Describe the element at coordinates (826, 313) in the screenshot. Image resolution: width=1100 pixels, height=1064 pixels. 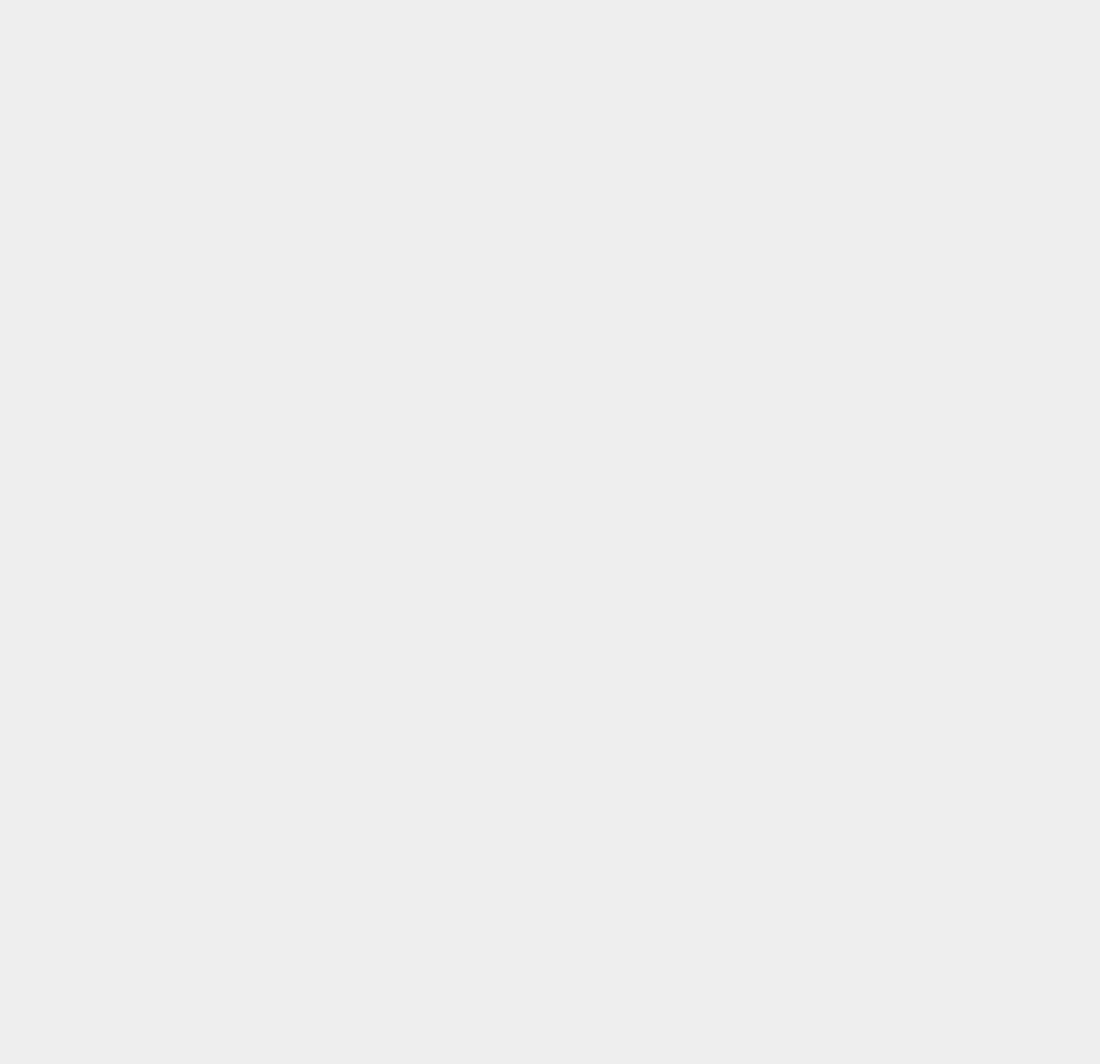
I see `'macOS Sonoma'` at that location.